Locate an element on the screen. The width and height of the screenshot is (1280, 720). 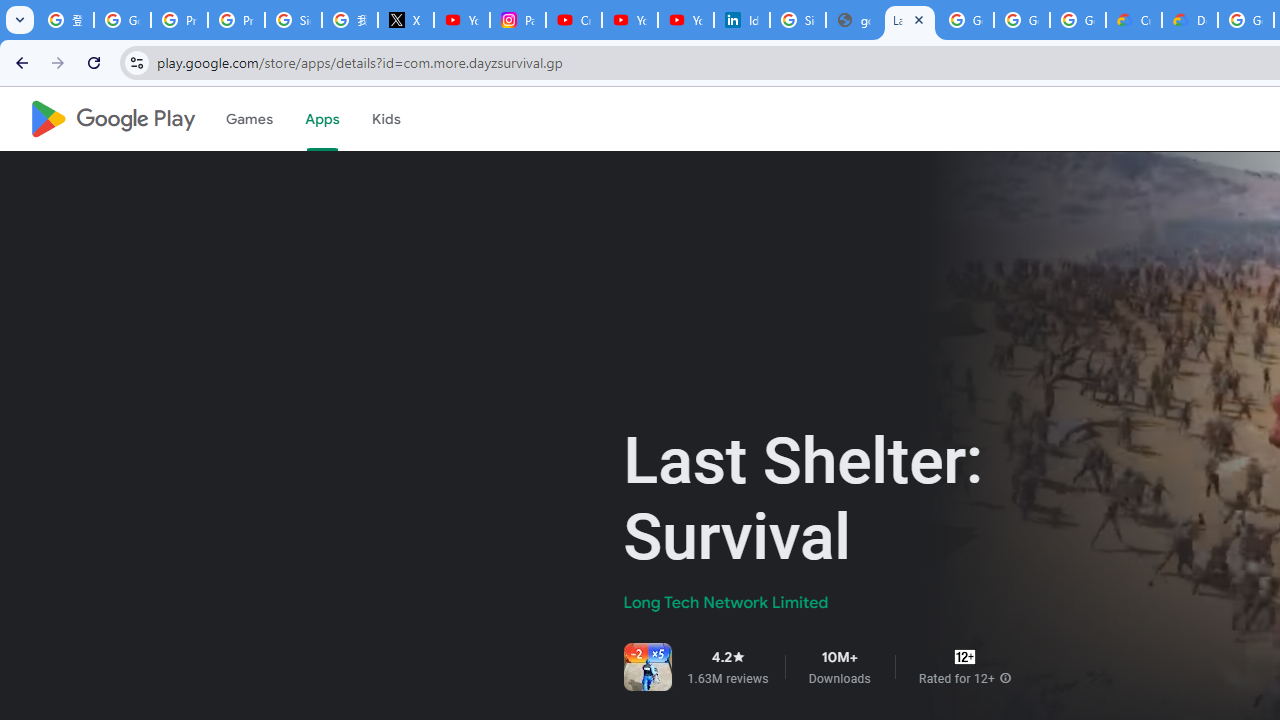
'Games' is located at coordinates (247, 119).